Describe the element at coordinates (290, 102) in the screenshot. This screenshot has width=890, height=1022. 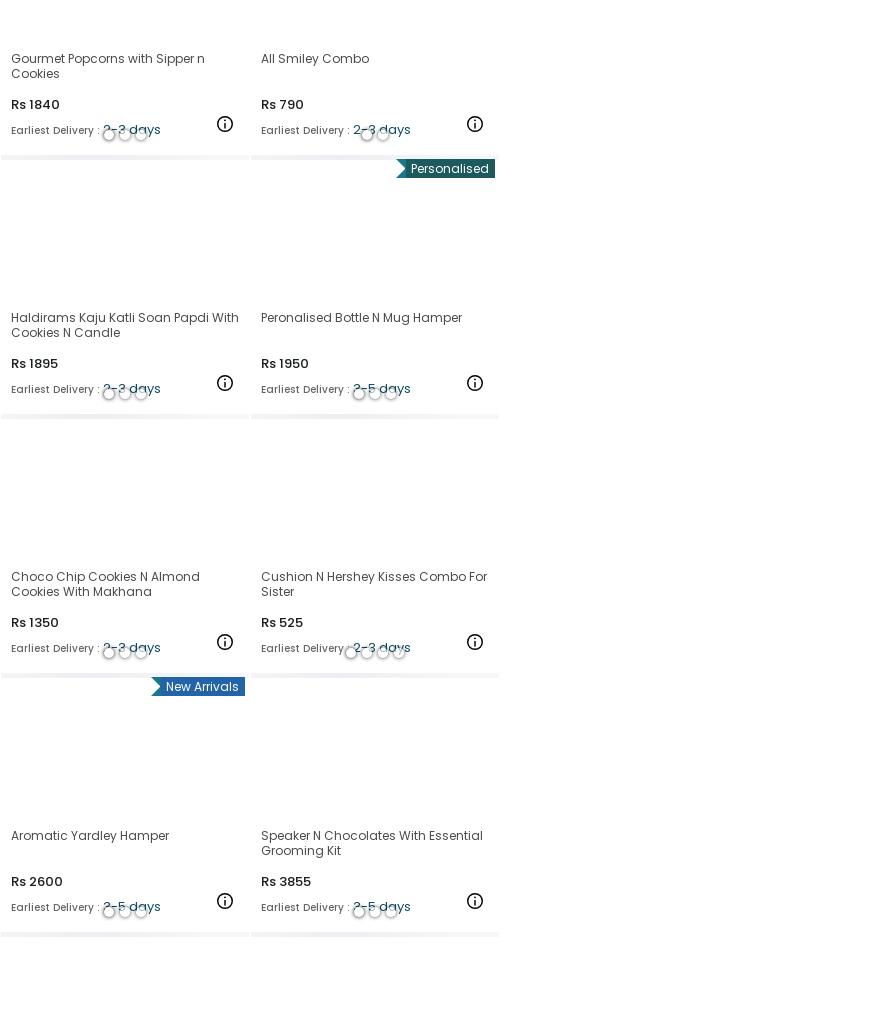
I see `'790'` at that location.